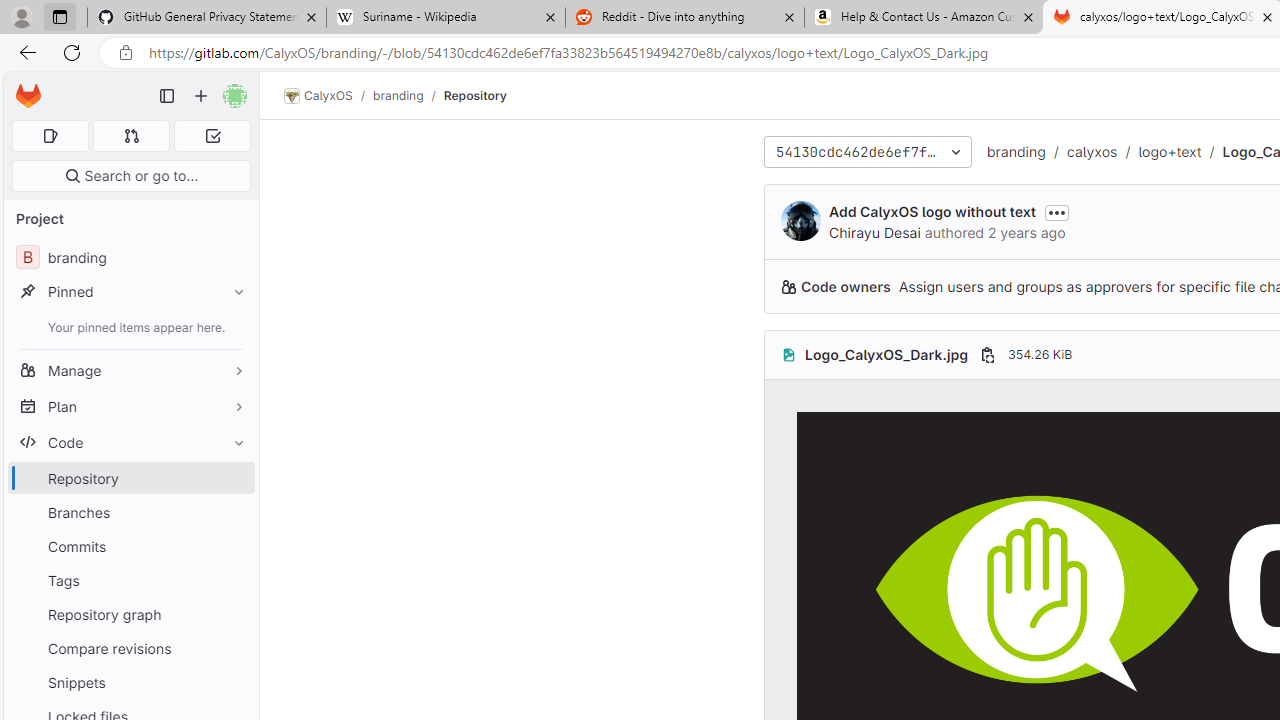  Describe the element at coordinates (130, 291) in the screenshot. I see `'Pinned'` at that location.